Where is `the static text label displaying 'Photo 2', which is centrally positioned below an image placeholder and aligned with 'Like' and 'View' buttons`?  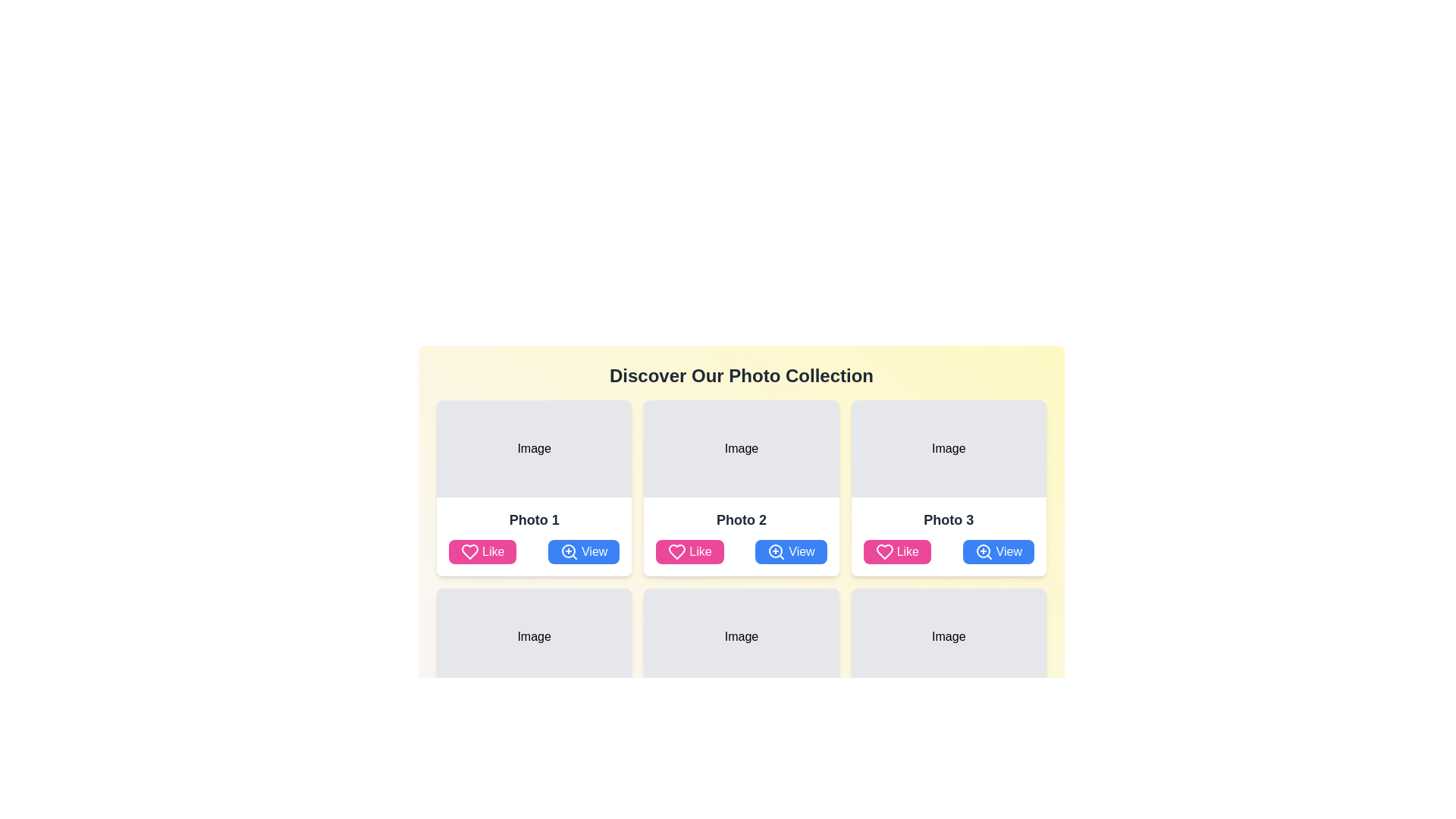 the static text label displaying 'Photo 2', which is centrally positioned below an image placeholder and aligned with 'Like' and 'View' buttons is located at coordinates (742, 519).